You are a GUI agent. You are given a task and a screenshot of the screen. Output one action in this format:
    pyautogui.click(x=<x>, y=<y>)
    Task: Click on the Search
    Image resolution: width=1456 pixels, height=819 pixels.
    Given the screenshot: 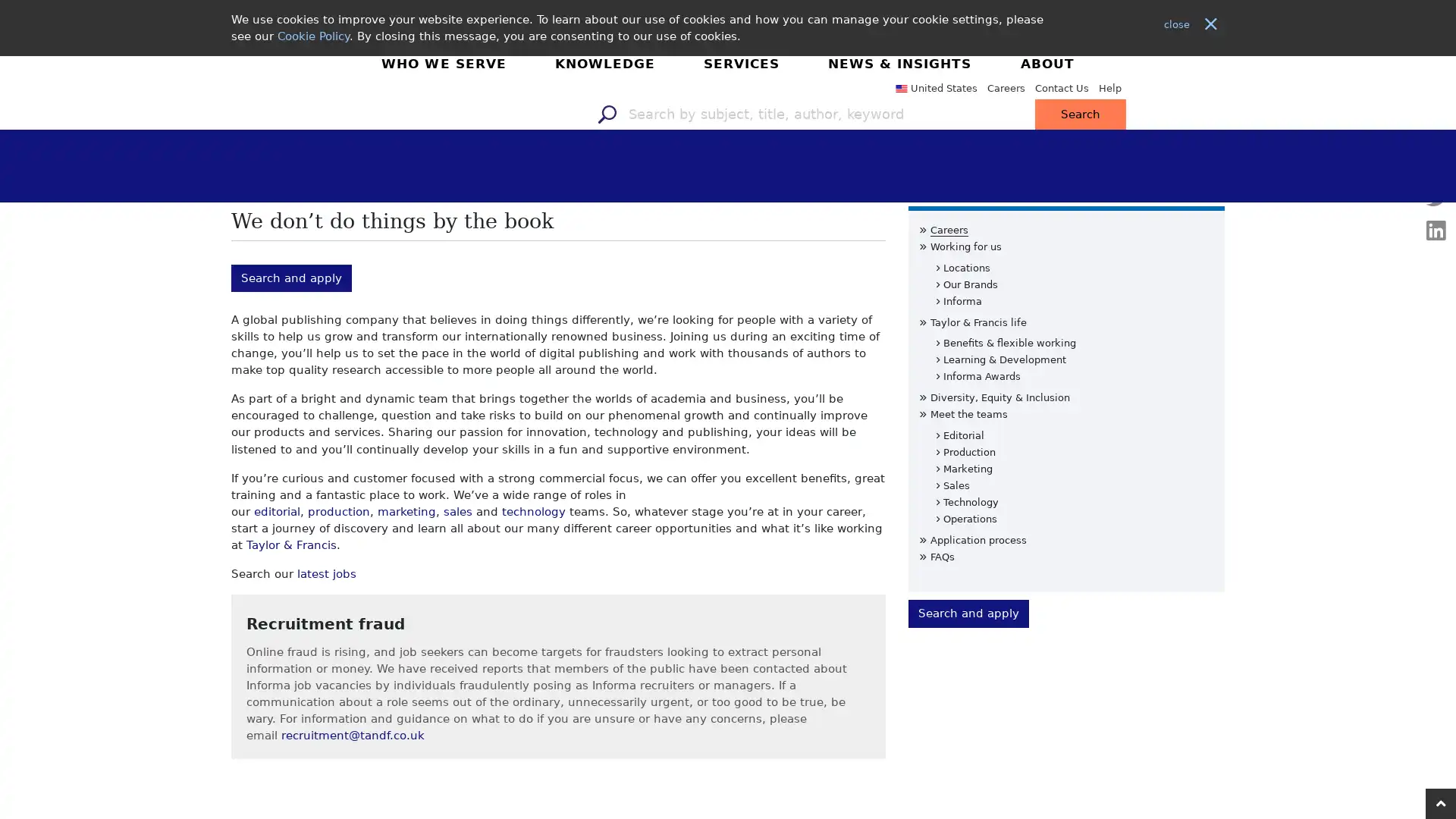 What is the action you would take?
    pyautogui.click(x=1252, y=86)
    